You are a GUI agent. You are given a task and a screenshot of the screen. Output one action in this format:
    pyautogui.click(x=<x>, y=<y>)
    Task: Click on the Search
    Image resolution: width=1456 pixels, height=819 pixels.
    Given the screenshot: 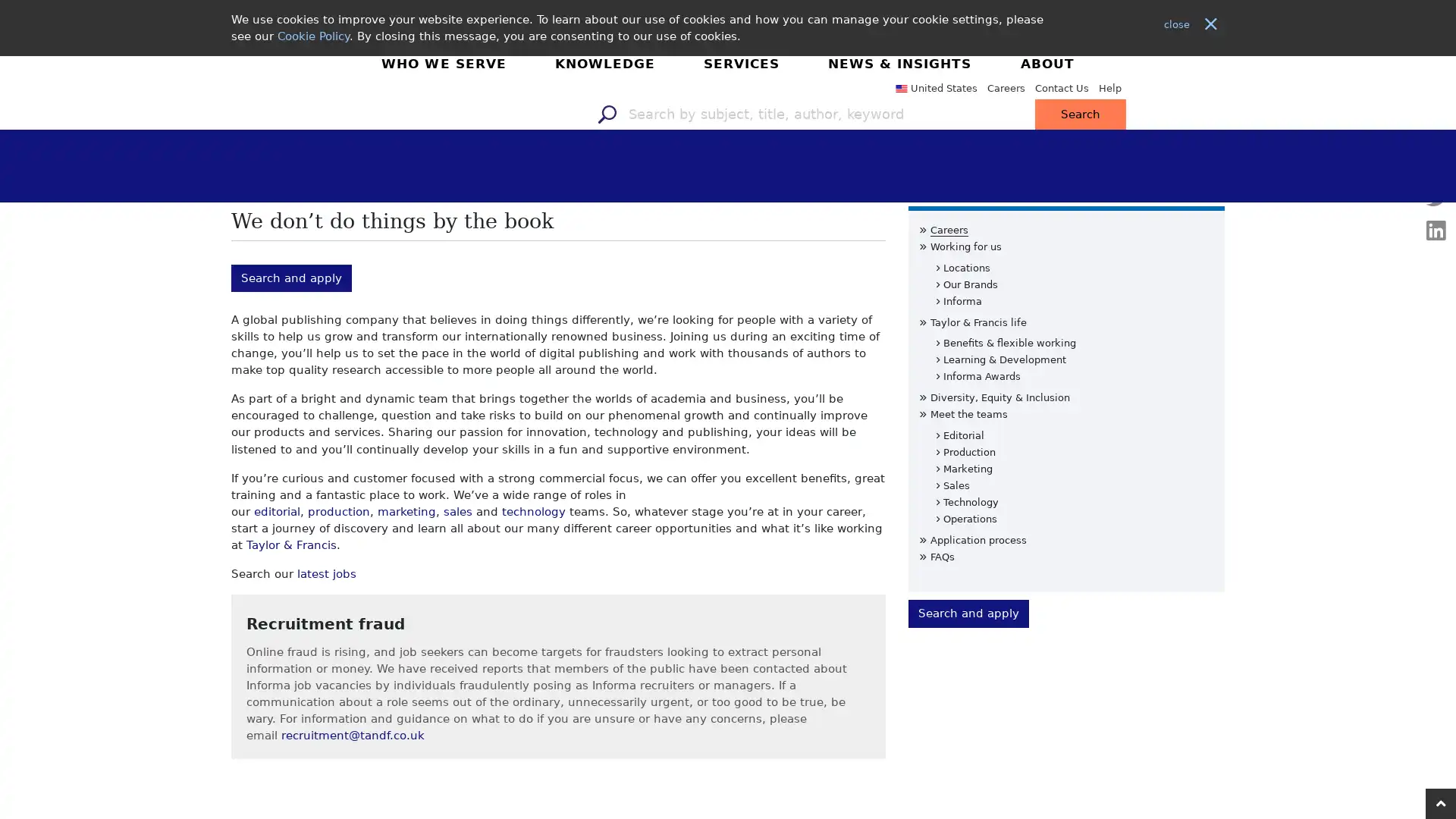 What is the action you would take?
    pyautogui.click(x=1252, y=86)
    